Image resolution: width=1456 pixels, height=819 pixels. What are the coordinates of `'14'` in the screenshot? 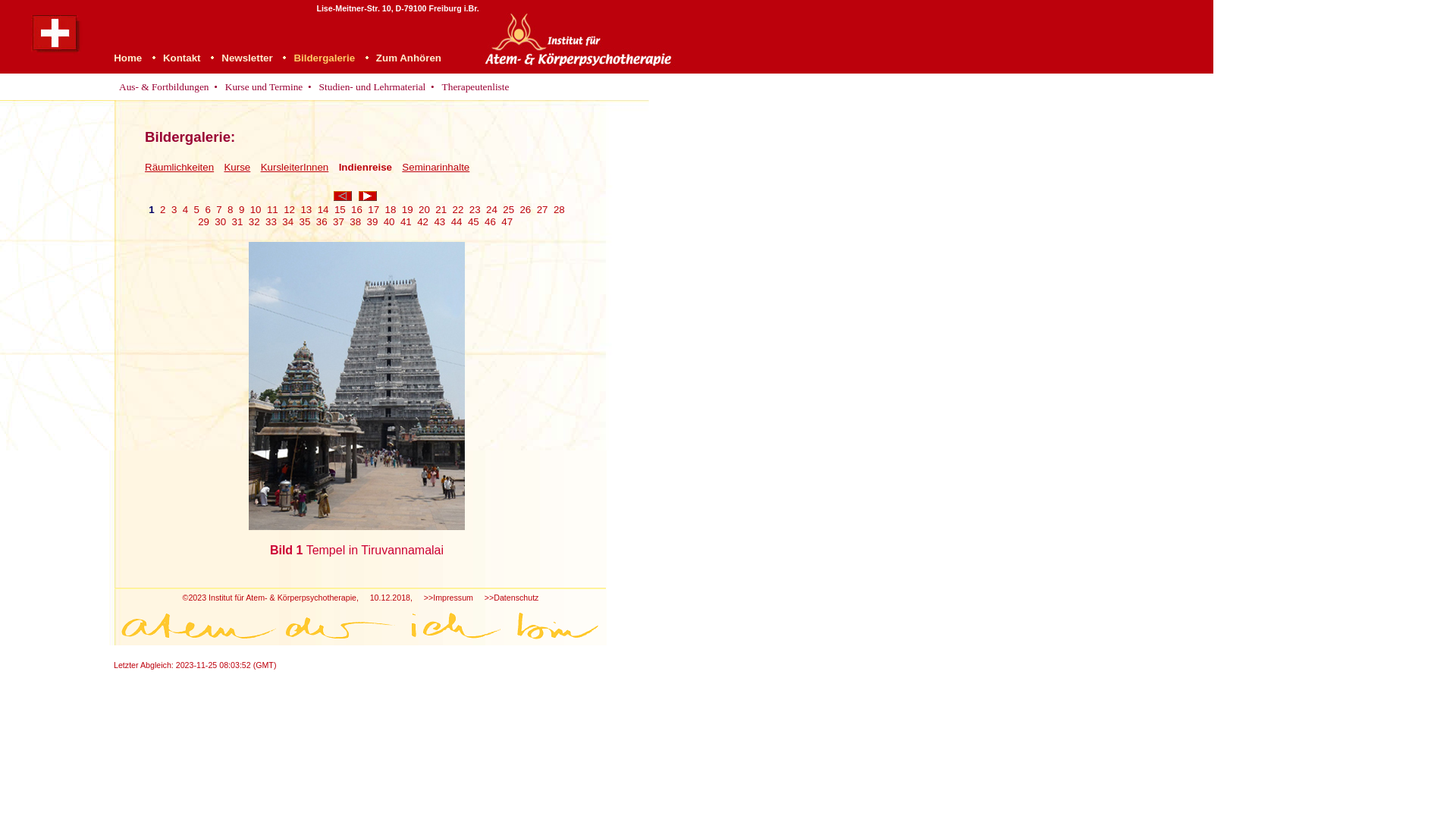 It's located at (322, 209).